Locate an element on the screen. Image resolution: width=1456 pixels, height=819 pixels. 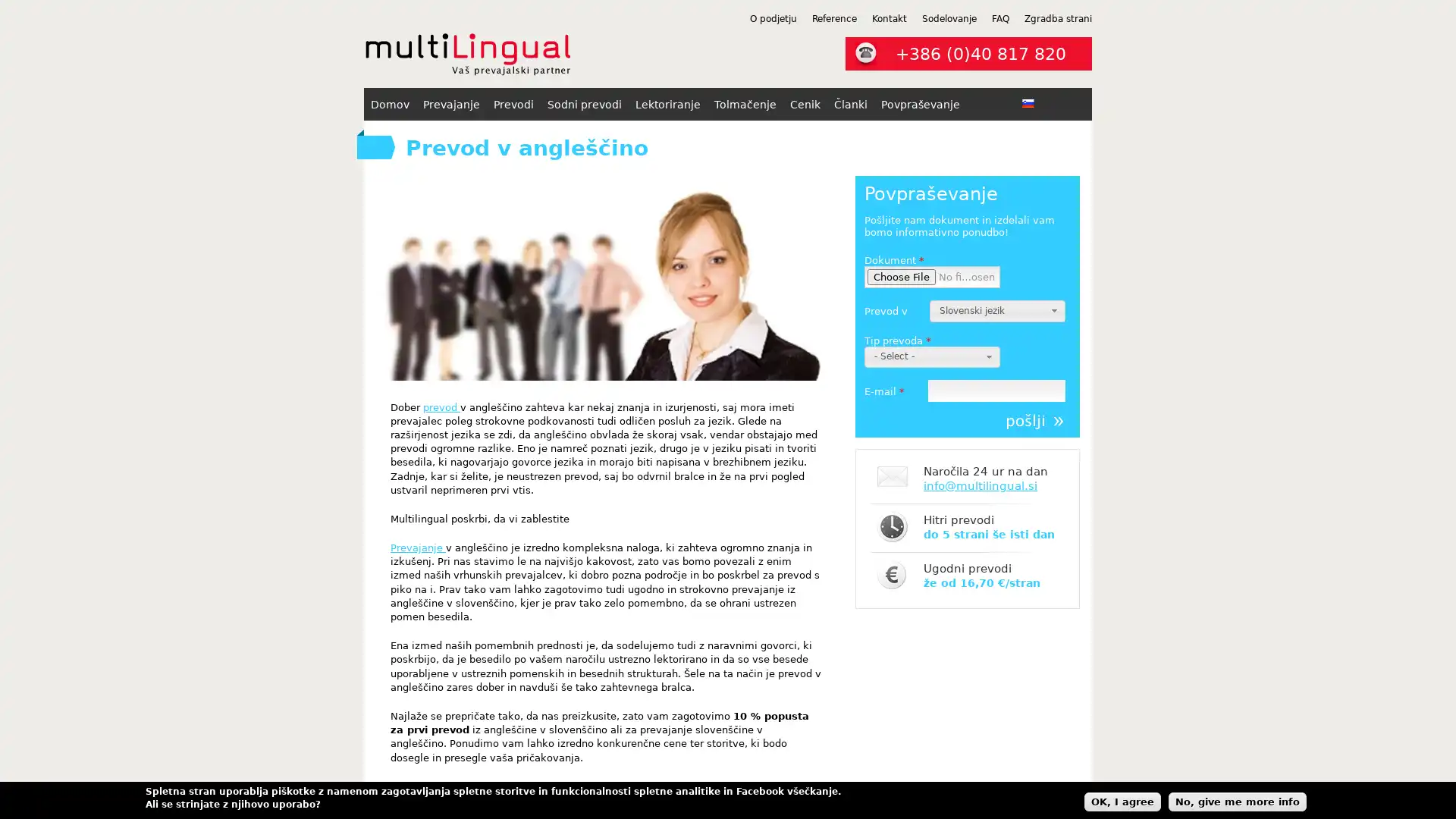
OK, I agree is located at coordinates (1122, 800).